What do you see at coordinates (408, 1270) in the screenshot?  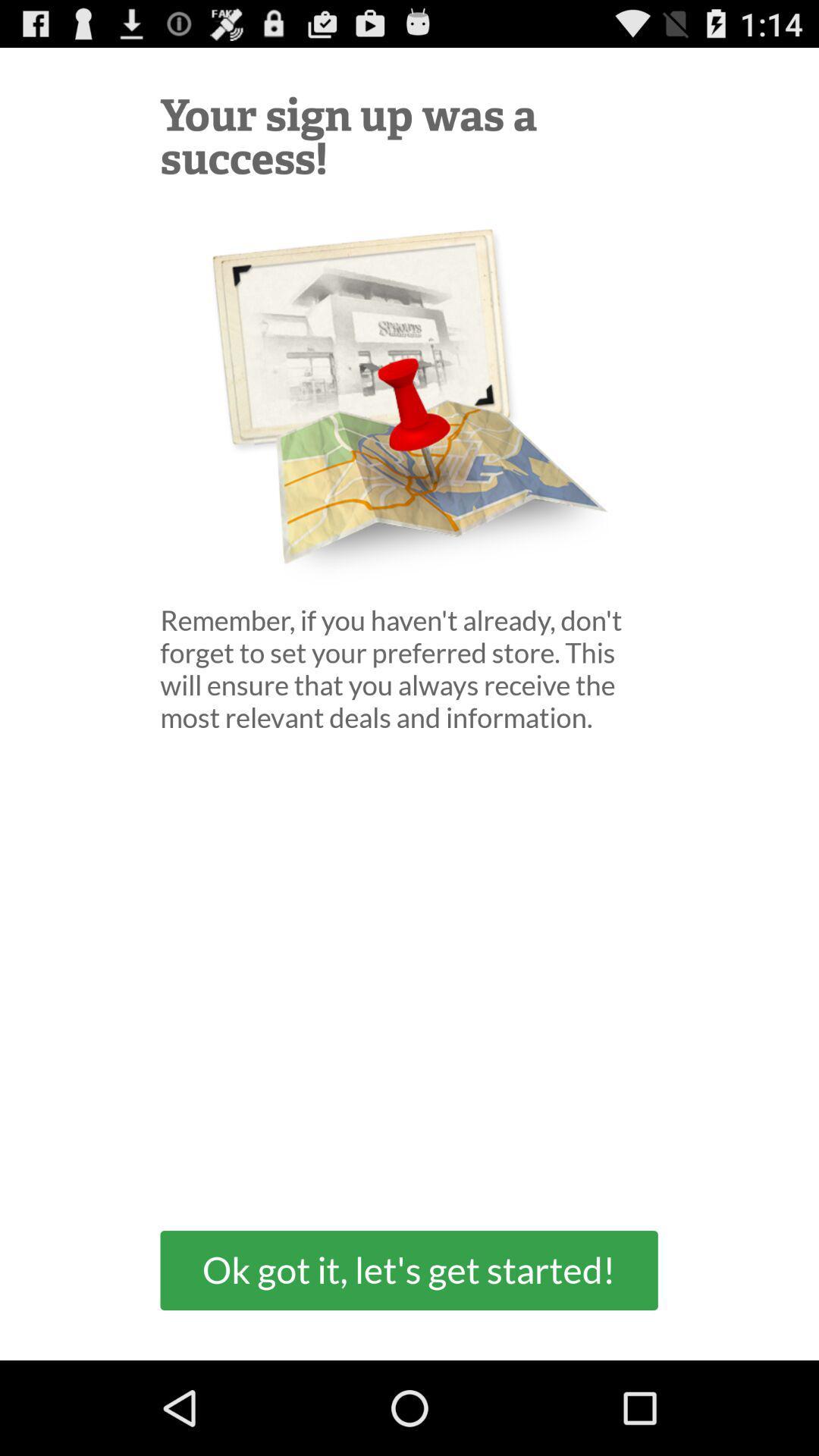 I see `item below remember if you item` at bounding box center [408, 1270].